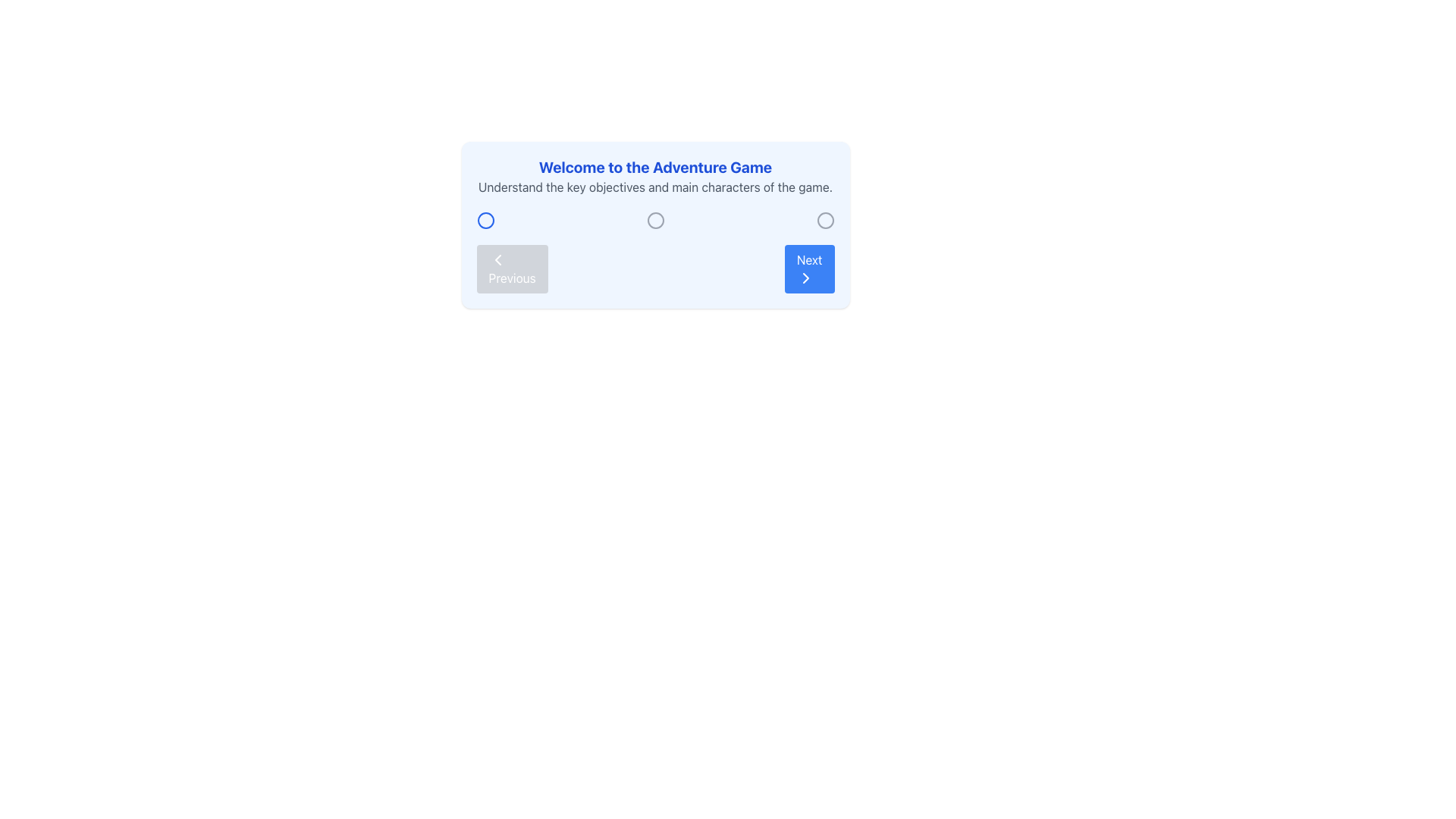 The width and height of the screenshot is (1456, 819). Describe the element at coordinates (485, 220) in the screenshot. I see `the leftmost blue-bordered circle in the horizontal row of three circles` at that location.